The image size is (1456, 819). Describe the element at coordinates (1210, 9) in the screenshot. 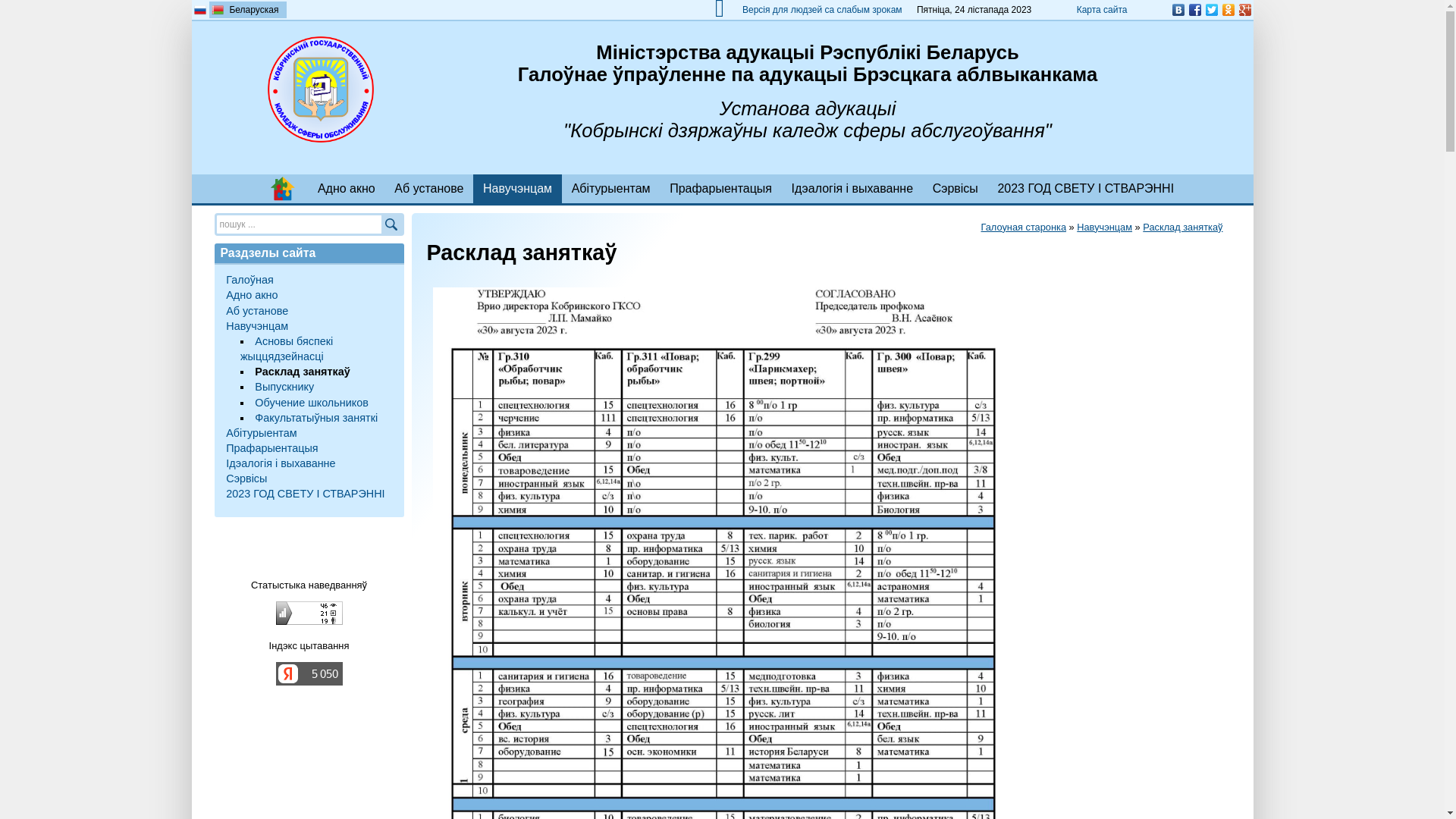

I see `'Twitter'` at that location.